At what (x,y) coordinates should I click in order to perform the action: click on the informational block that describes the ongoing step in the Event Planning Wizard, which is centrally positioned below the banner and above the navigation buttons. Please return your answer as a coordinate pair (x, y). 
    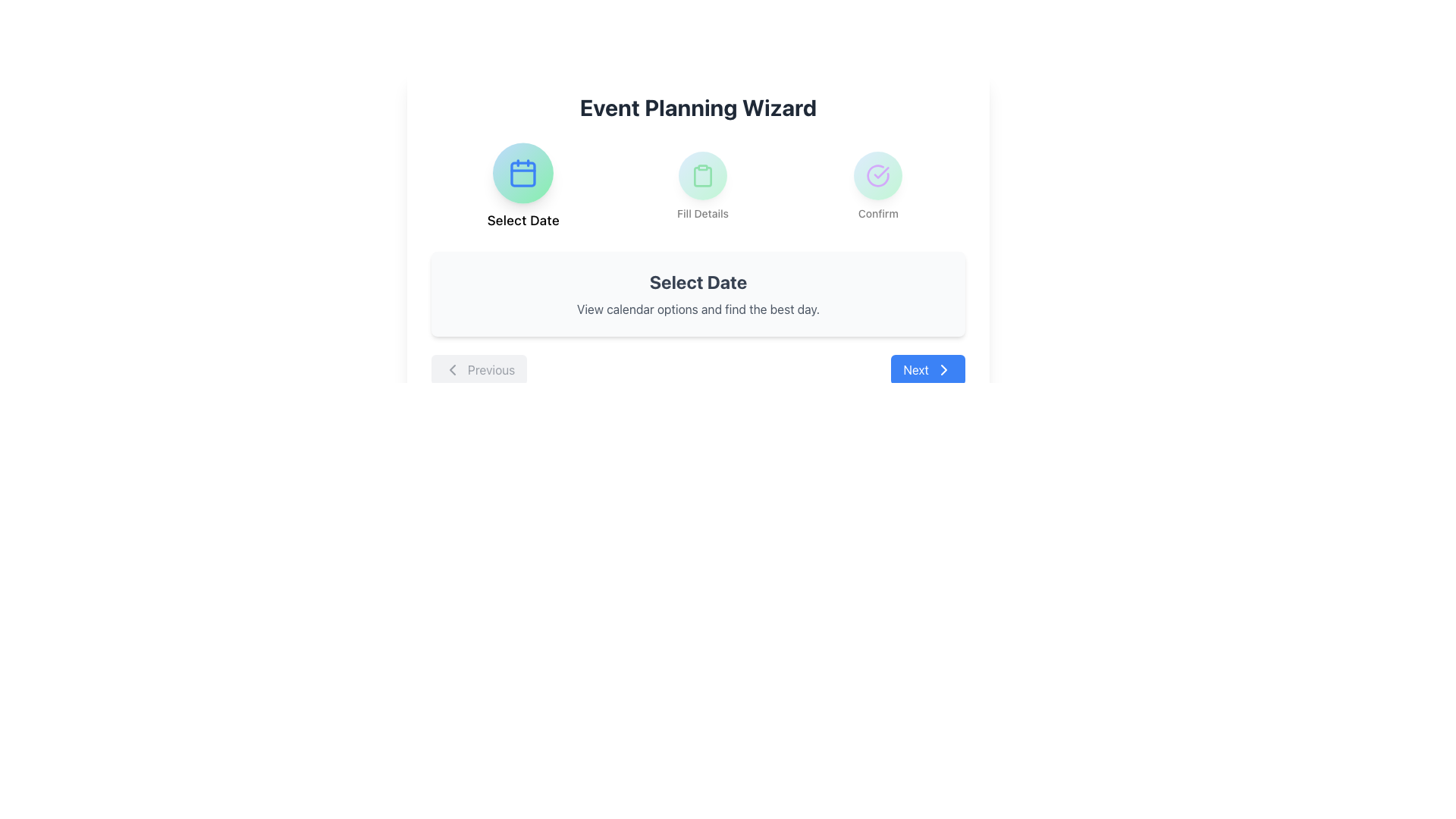
    Looking at the image, I should click on (698, 294).